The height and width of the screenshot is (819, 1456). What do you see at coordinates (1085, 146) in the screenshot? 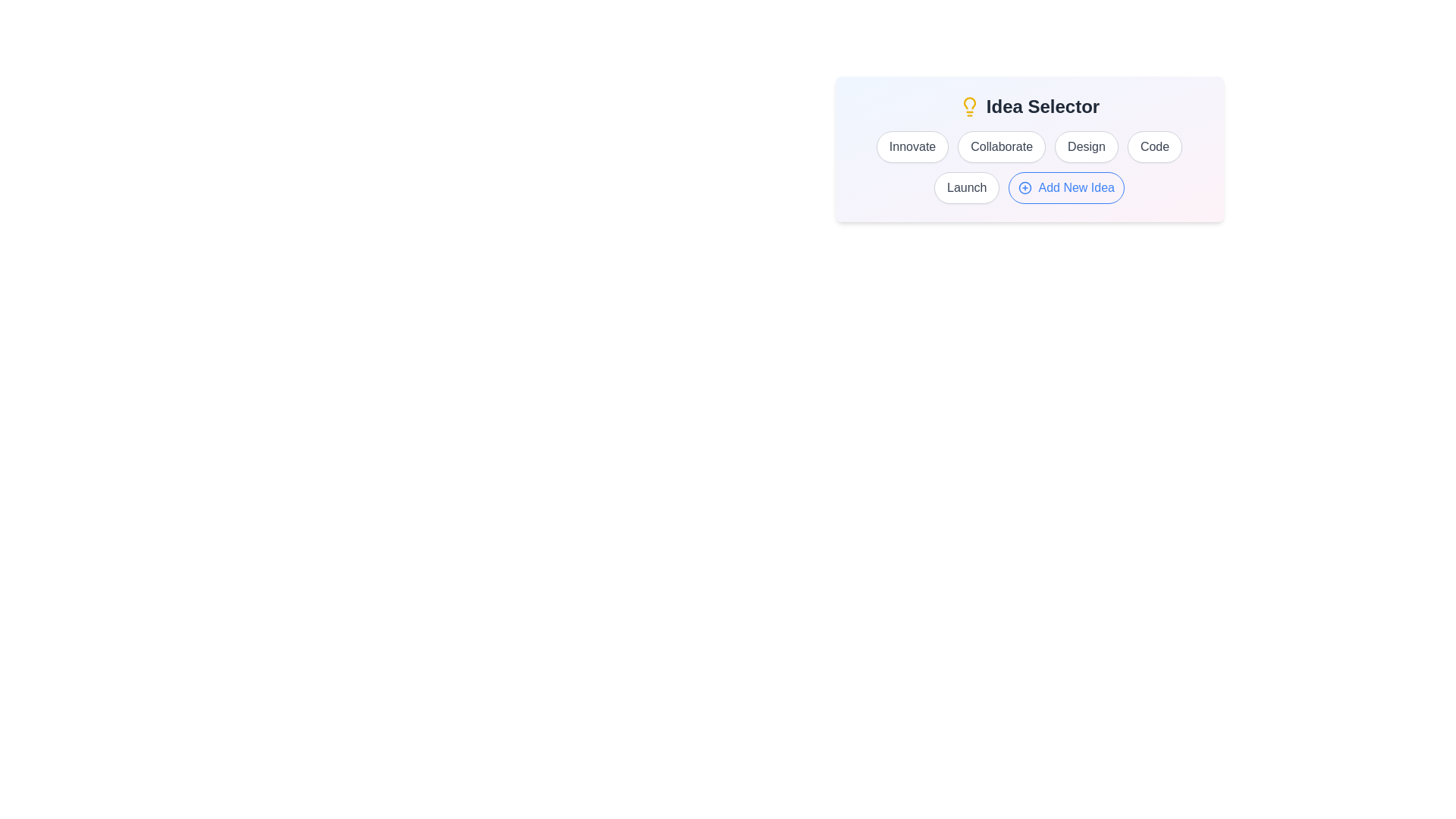
I see `the idea labeled Design to select it` at bounding box center [1085, 146].